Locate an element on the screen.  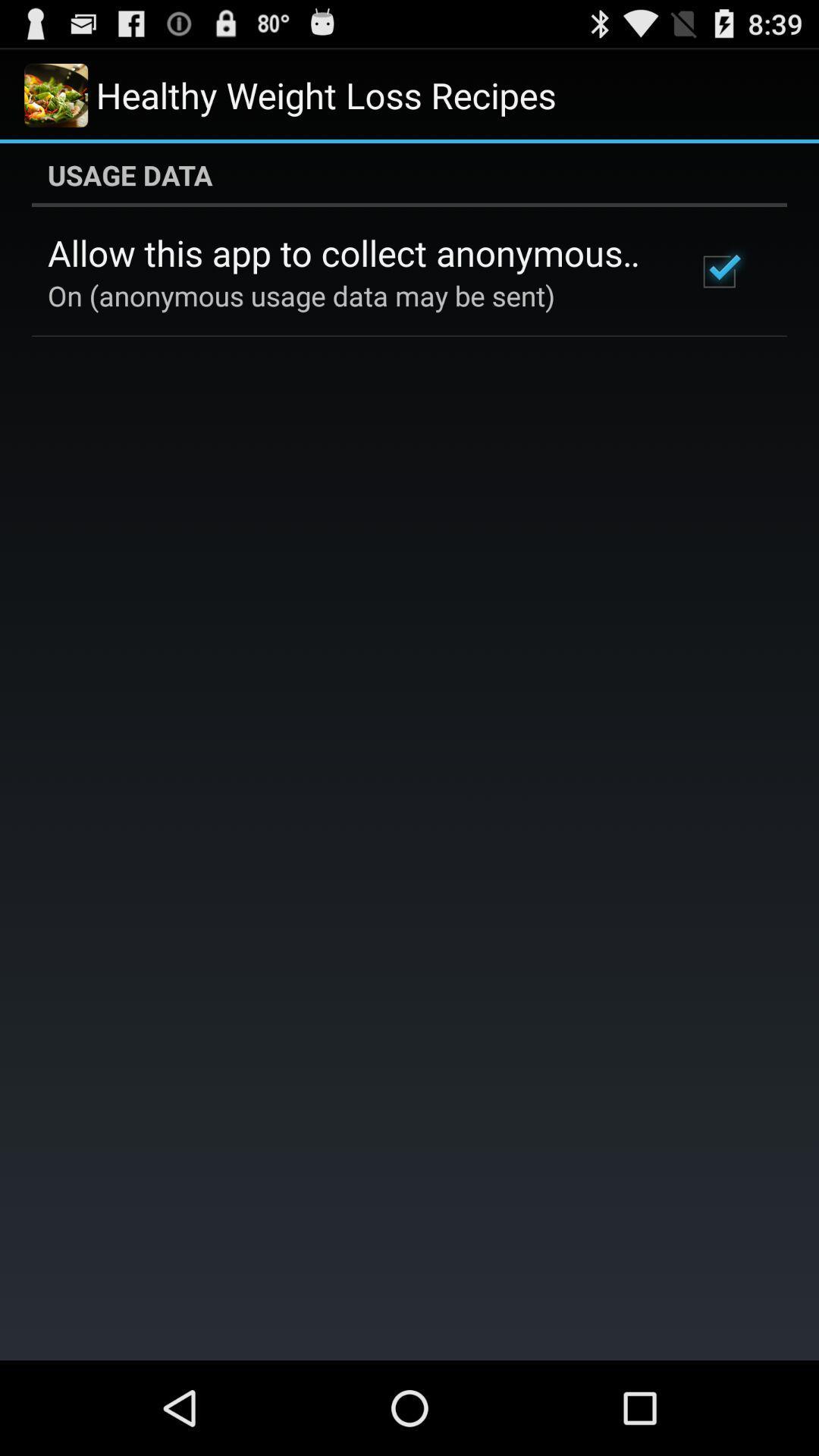
item below the usage data is located at coordinates (718, 271).